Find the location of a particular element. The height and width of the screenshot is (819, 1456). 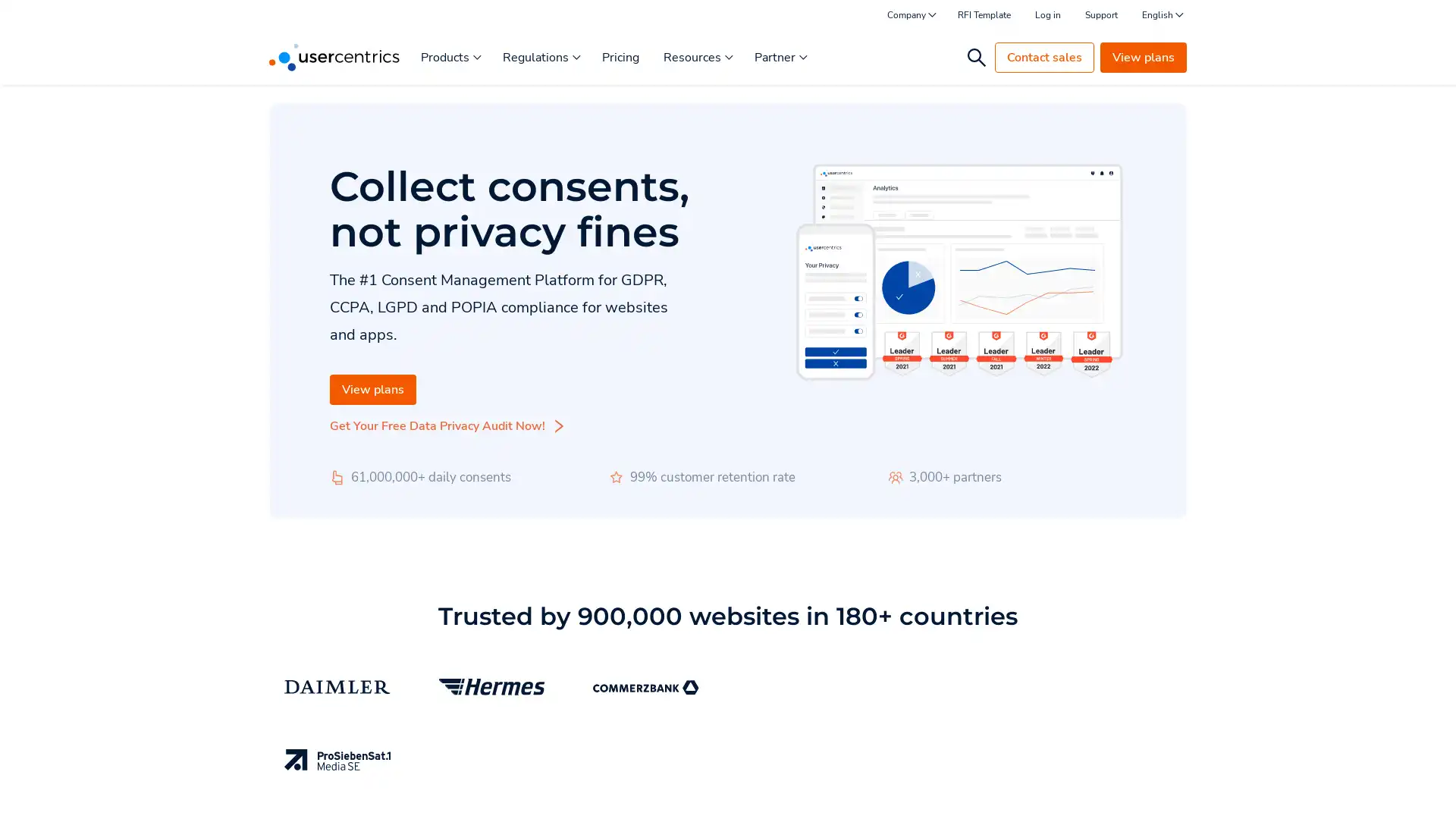

More Information is located at coordinates (192, 773).